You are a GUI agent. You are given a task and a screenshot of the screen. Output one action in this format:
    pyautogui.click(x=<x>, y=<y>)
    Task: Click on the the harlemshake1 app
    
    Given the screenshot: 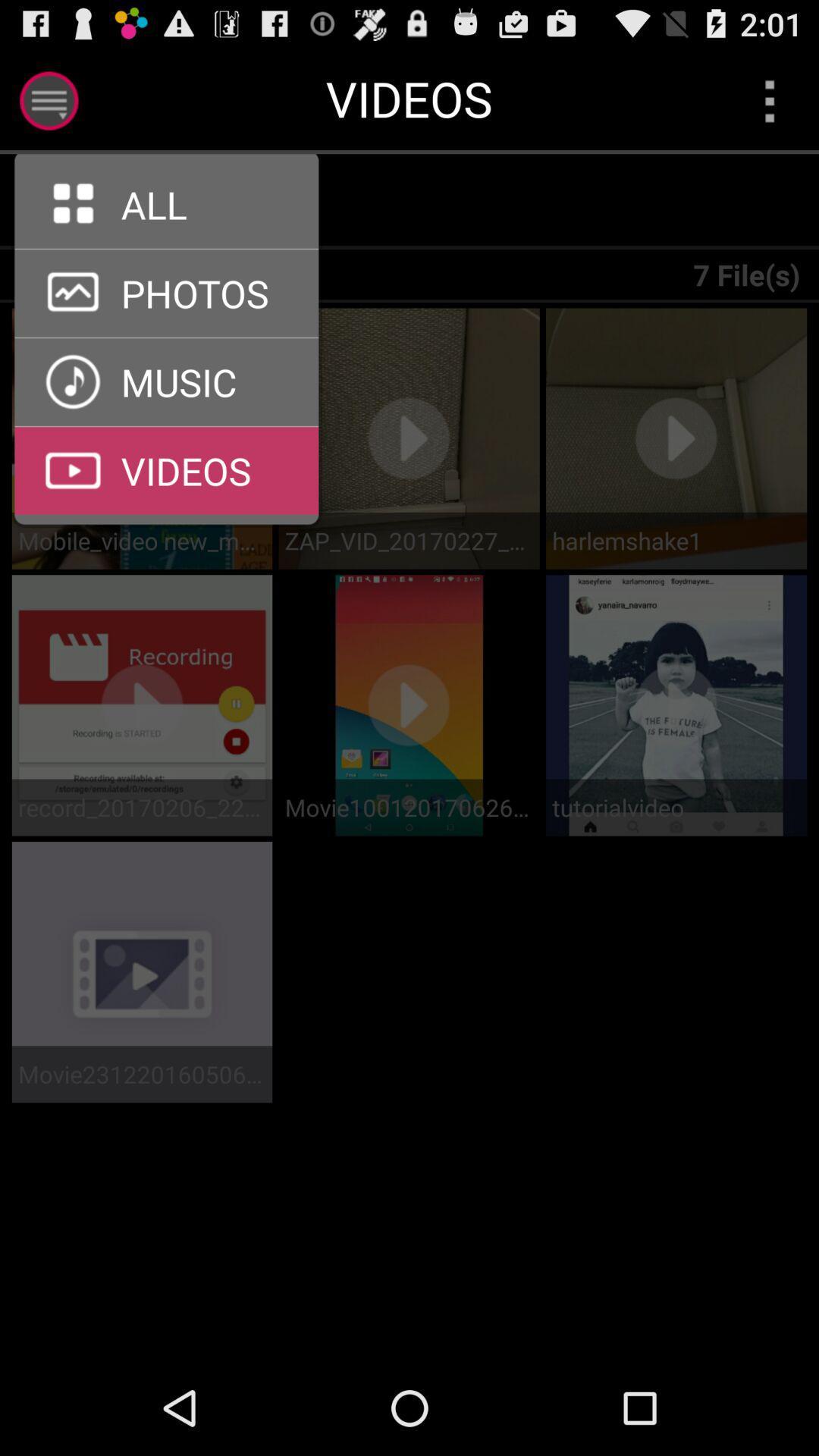 What is the action you would take?
    pyautogui.click(x=676, y=541)
    